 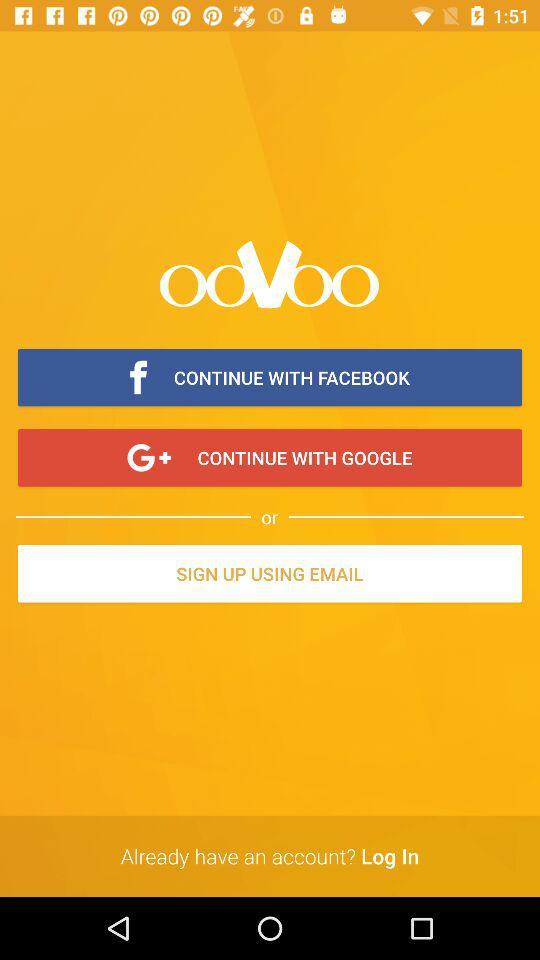 I want to click on the sign up using item, so click(x=270, y=575).